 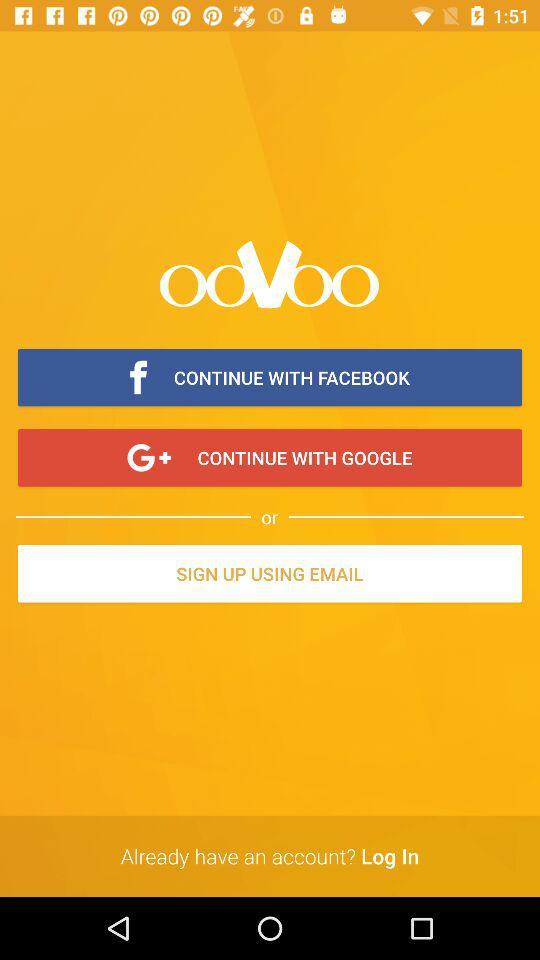 I want to click on the sign up using item, so click(x=270, y=575).